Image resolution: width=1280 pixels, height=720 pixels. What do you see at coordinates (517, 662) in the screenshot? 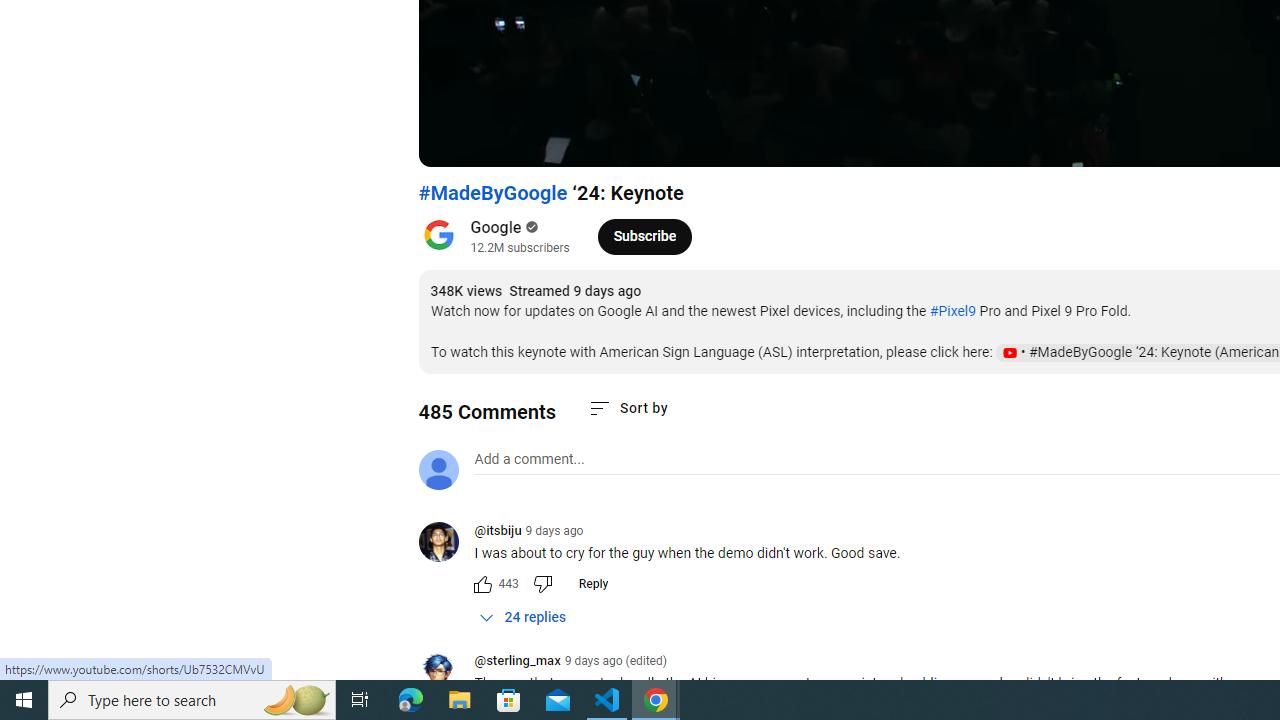
I see `'@sterling_max'` at bounding box center [517, 662].